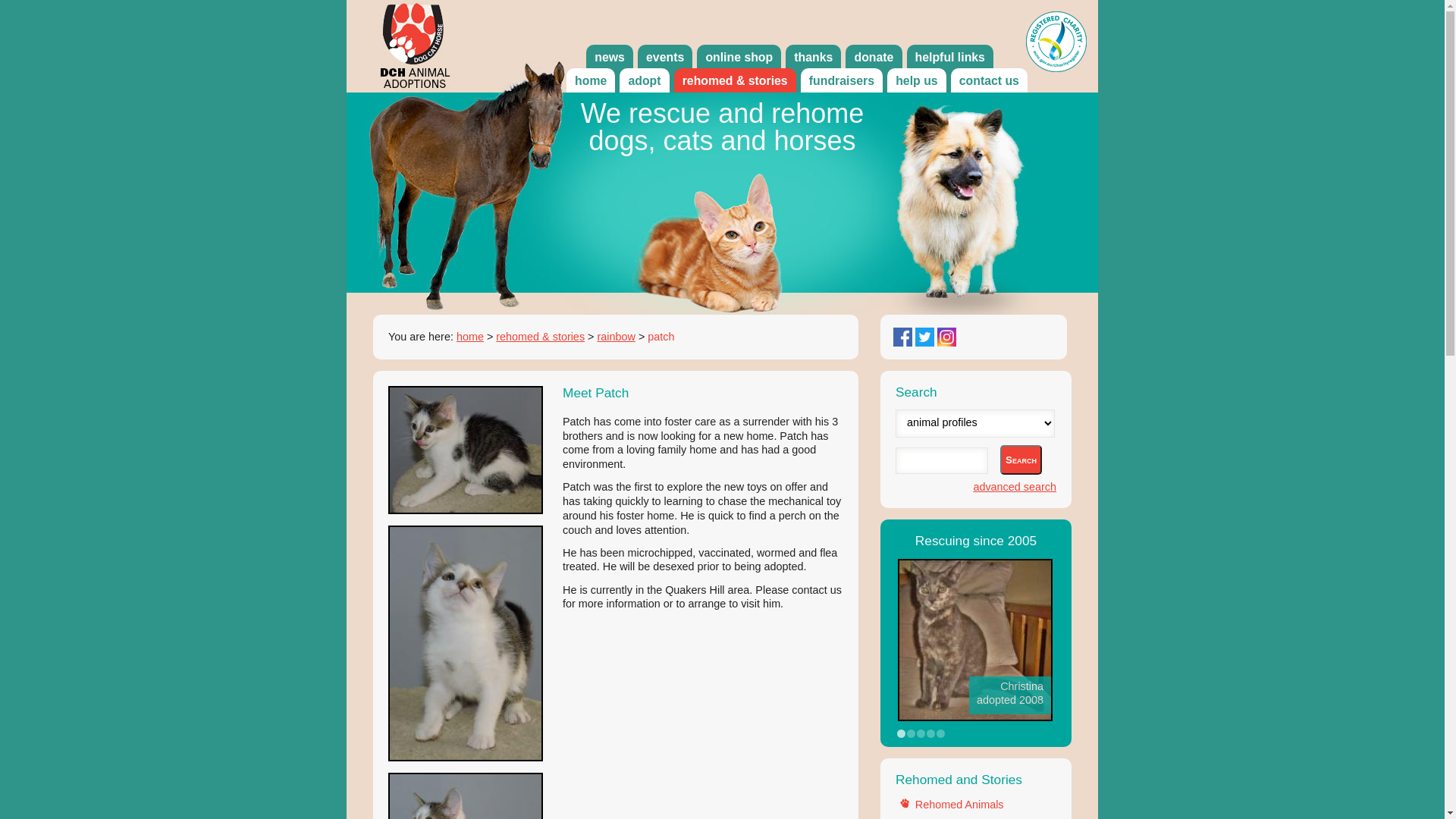 This screenshot has width=1456, height=819. Describe the element at coordinates (874, 57) in the screenshot. I see `'donate'` at that location.